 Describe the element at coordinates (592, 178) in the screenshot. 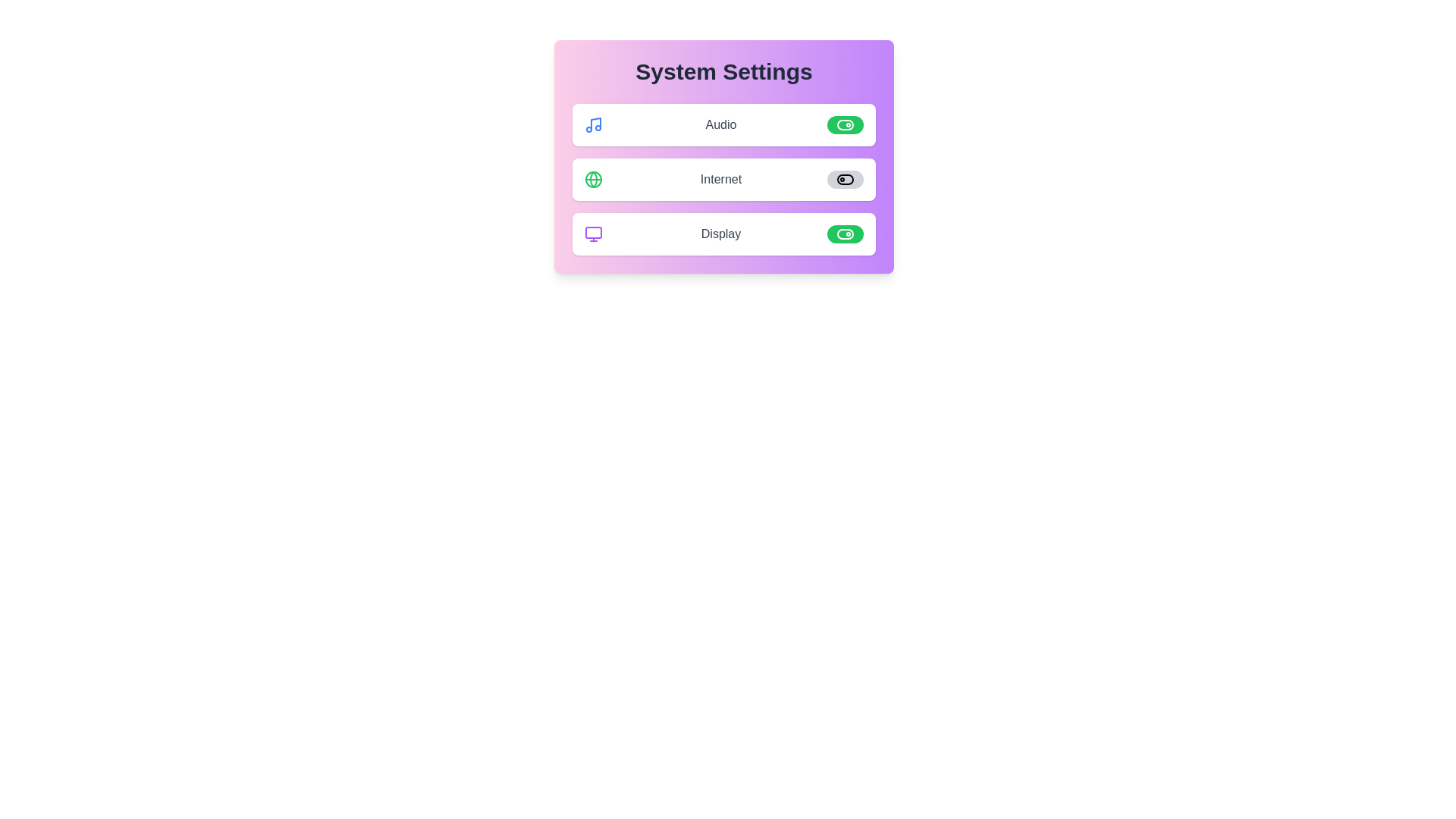

I see `the decorative circle SVG element that represents the 'Internet' setting in the second row of the 'System Settings' interface` at that location.